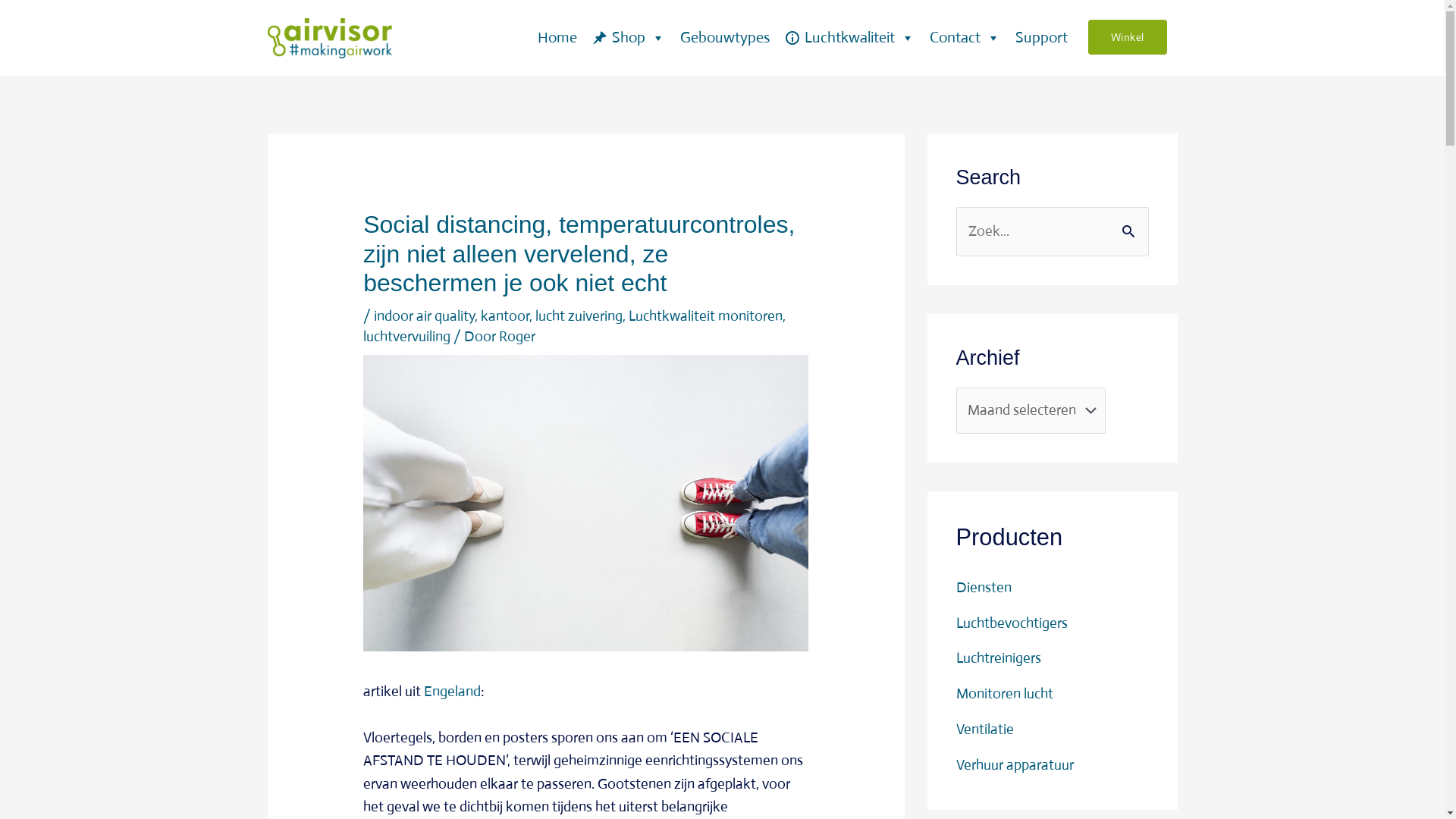 The width and height of the screenshot is (1456, 819). Describe the element at coordinates (848, 37) in the screenshot. I see `'Luchtkwaliteit'` at that location.